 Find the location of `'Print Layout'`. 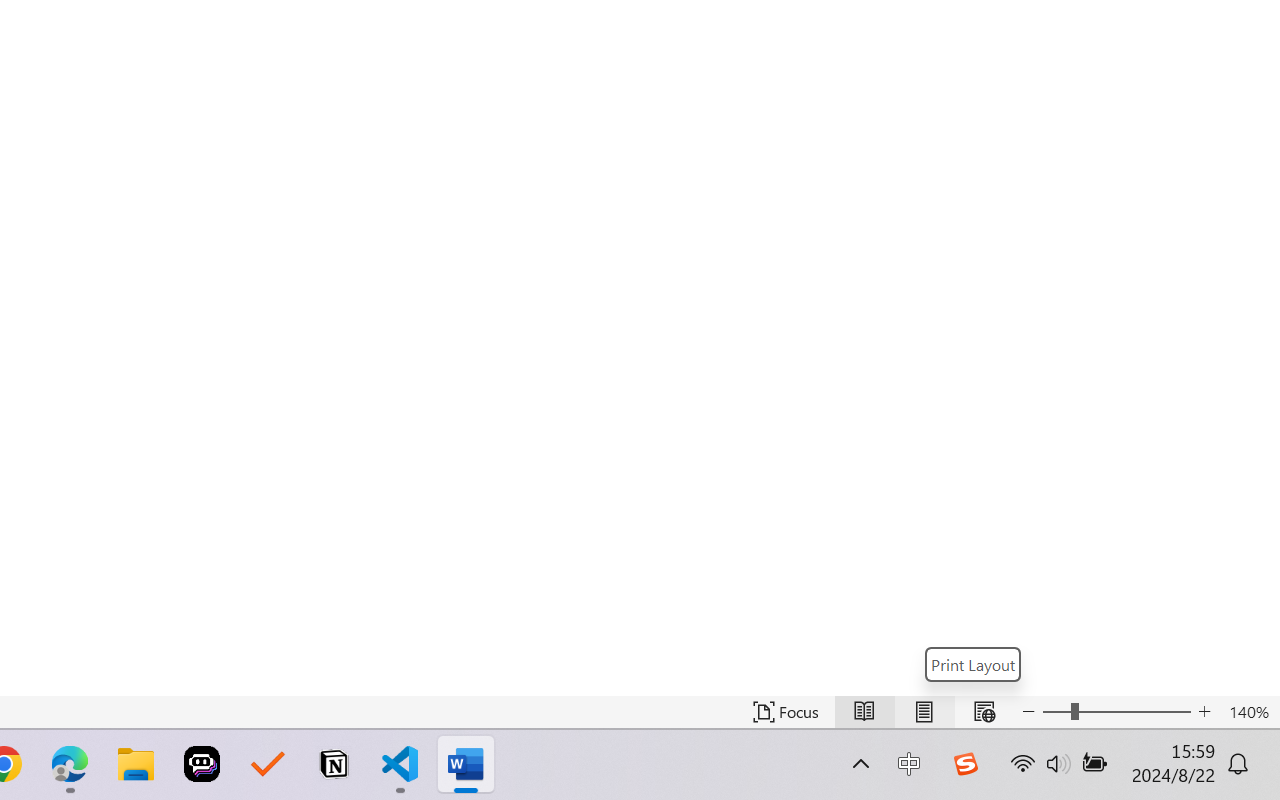

'Print Layout' is located at coordinates (973, 663).